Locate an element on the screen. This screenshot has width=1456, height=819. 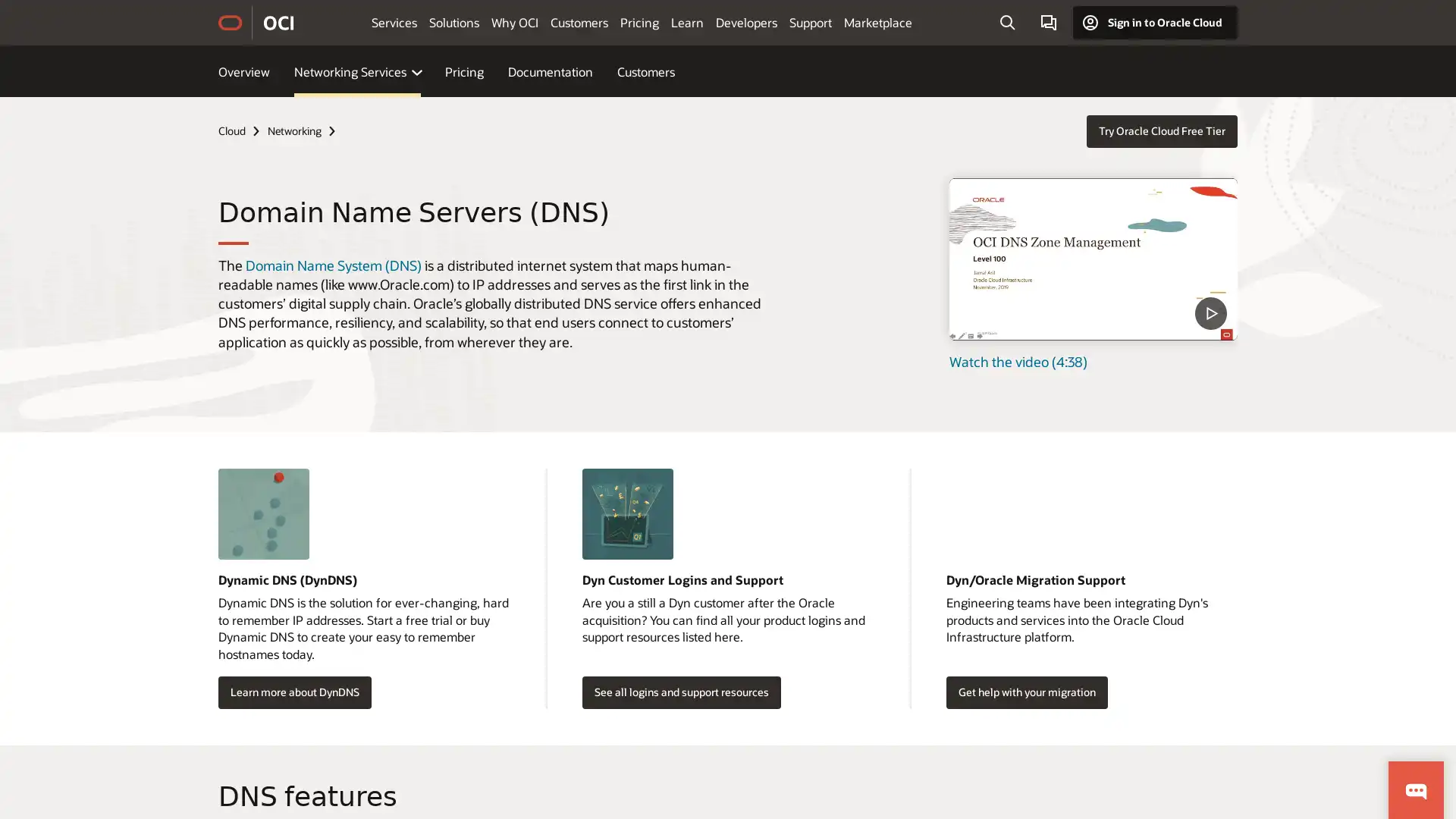
Learn is located at coordinates (686, 22).